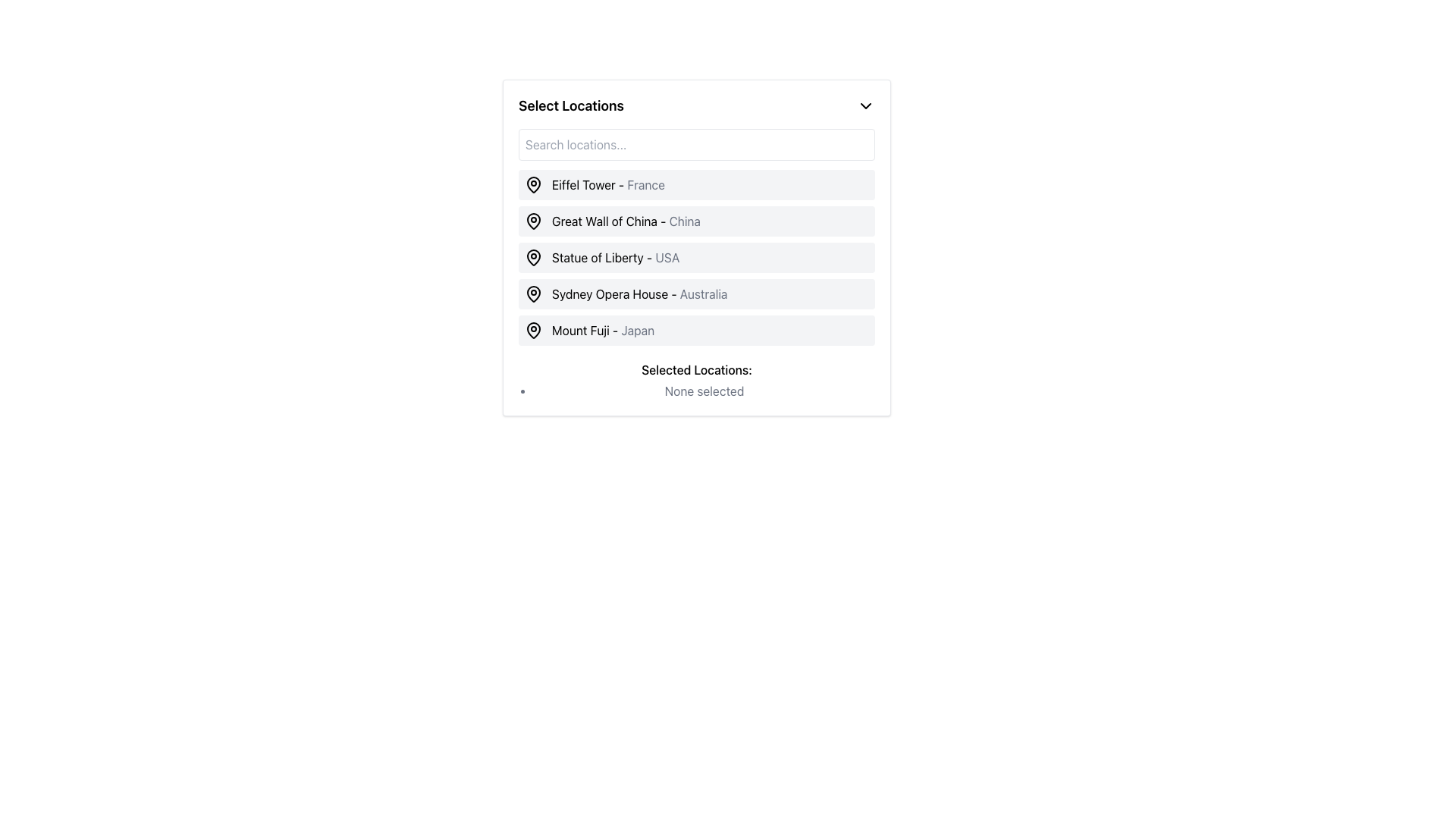 This screenshot has height=819, width=1456. Describe the element at coordinates (695, 184) in the screenshot. I see `the first selectable list item in the dropdown labeled 'Eiffel Tower - France'` at that location.